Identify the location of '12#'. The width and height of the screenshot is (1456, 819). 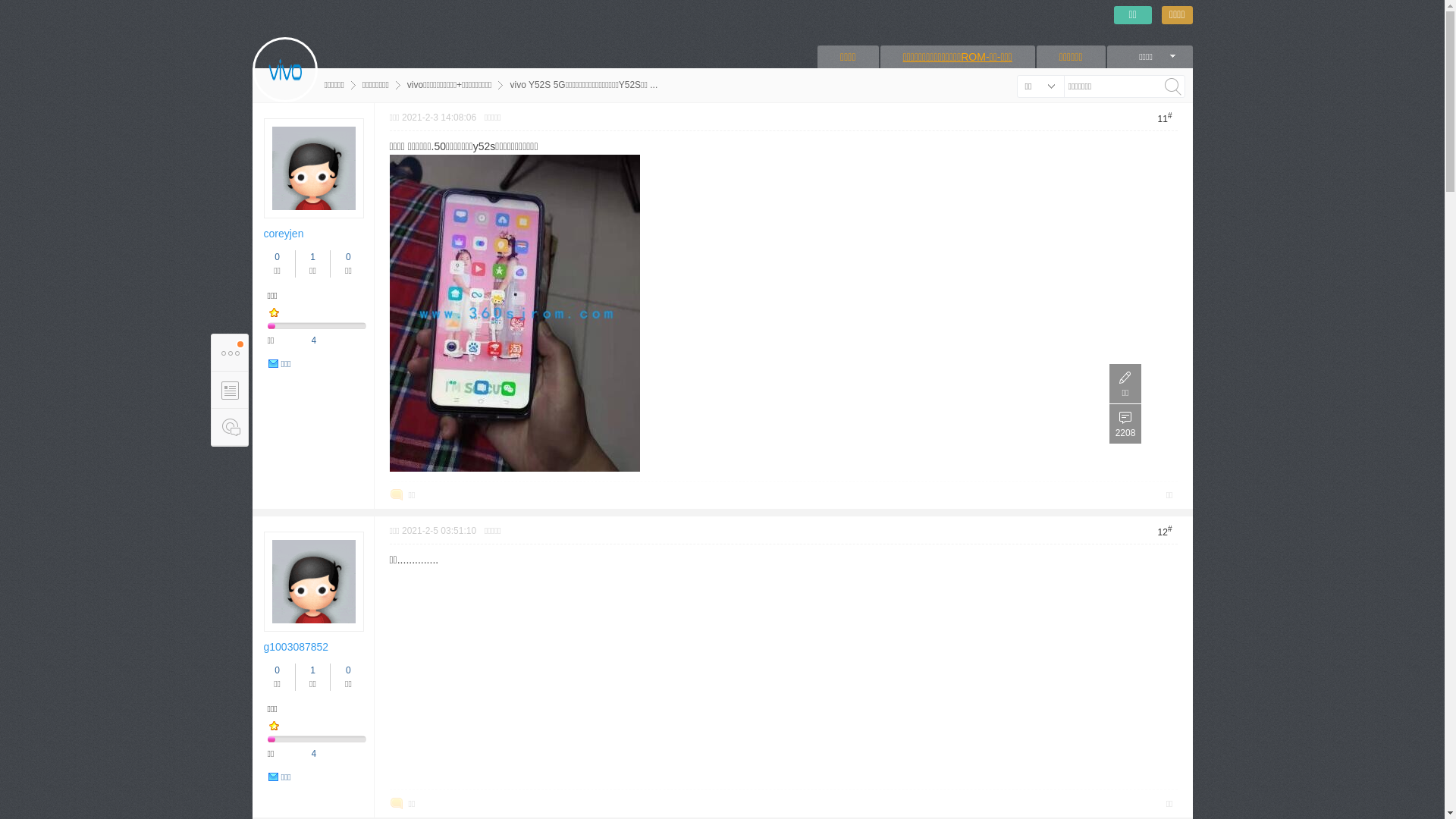
(1164, 530).